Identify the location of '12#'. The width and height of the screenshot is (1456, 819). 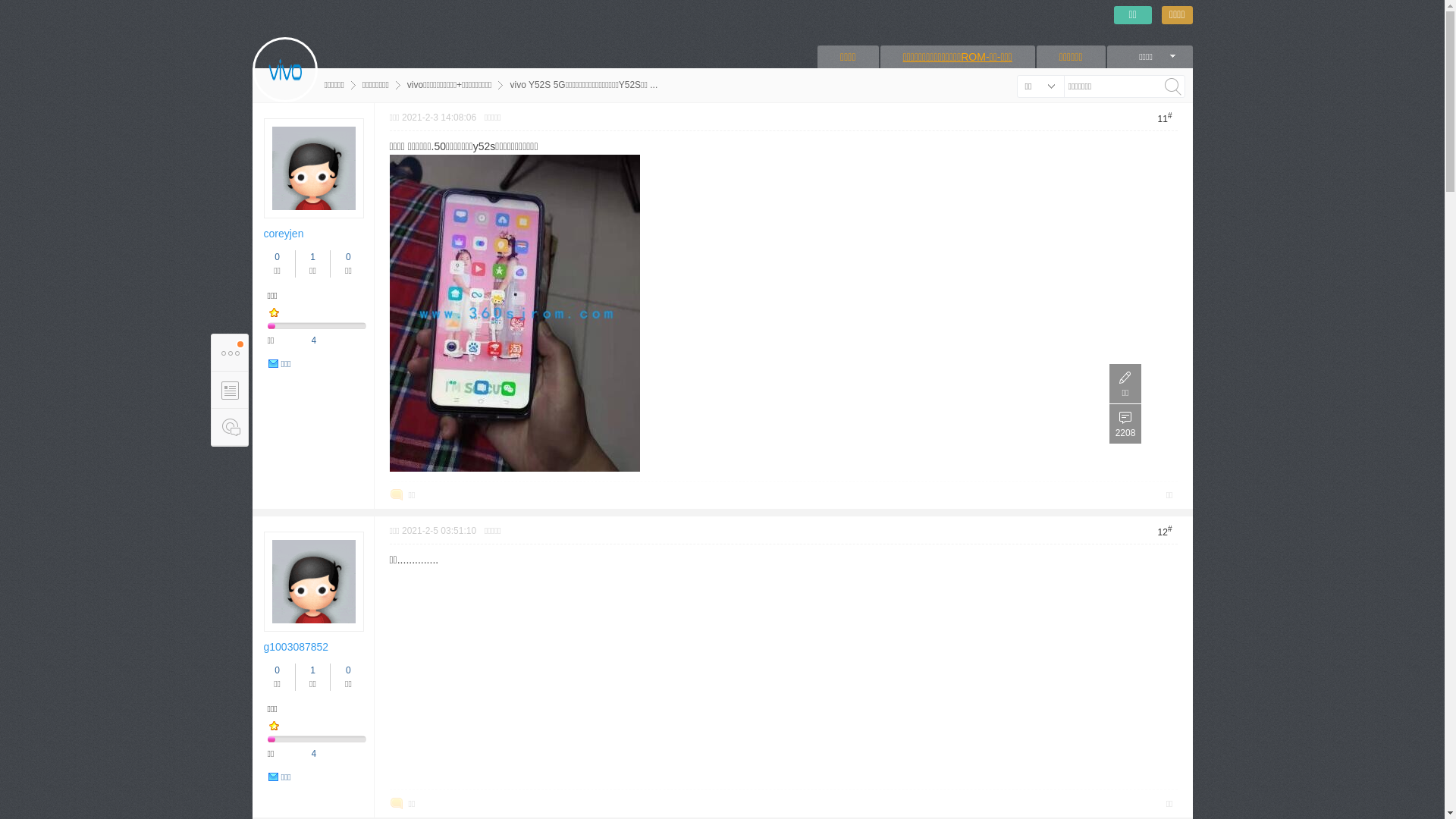
(1164, 530).